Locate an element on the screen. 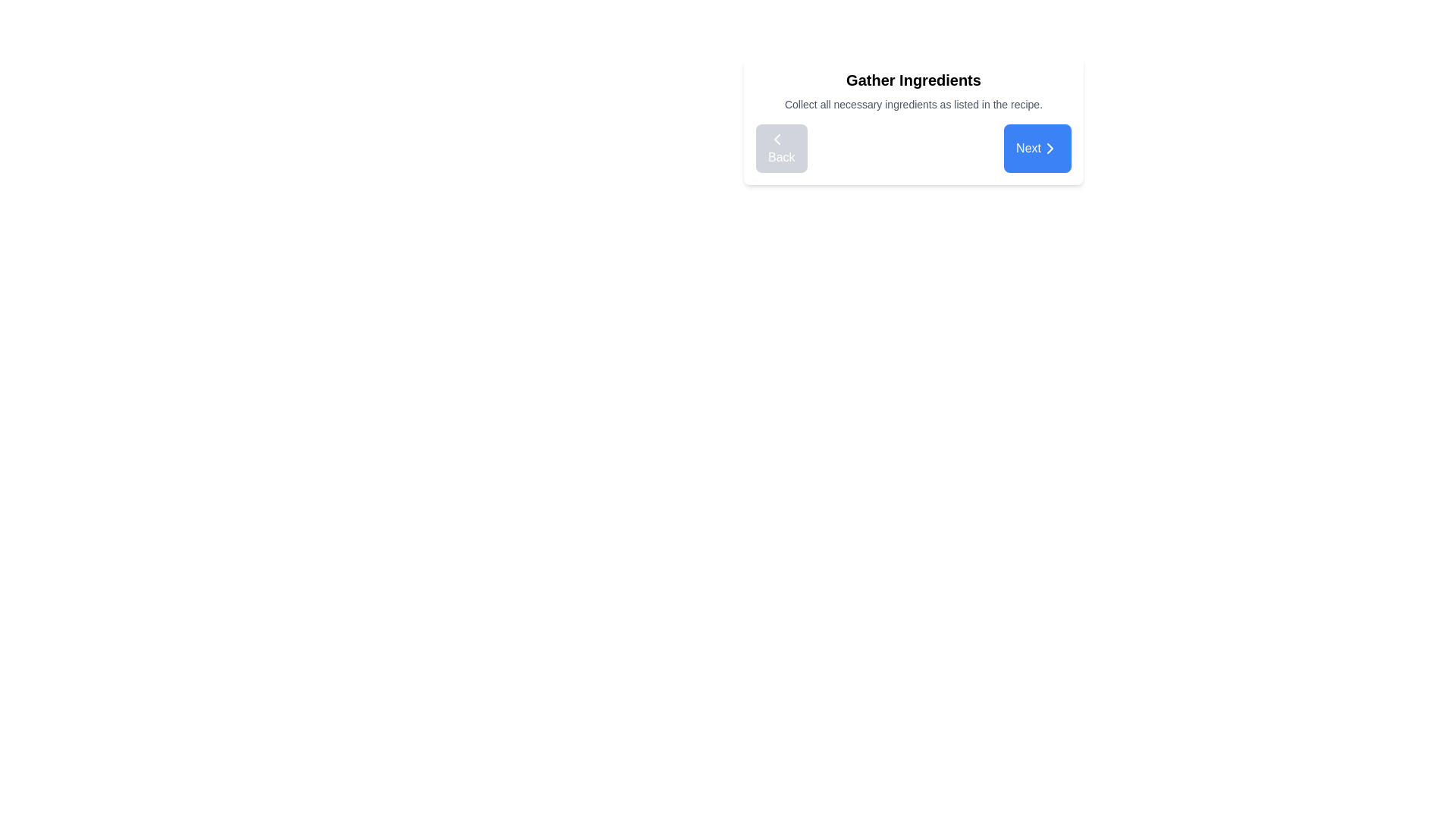 The width and height of the screenshot is (1456, 819). the 'Next' button located in the bottom-right corner of the interface card, which contains the chevron SVG icon indicating progression is located at coordinates (1050, 149).